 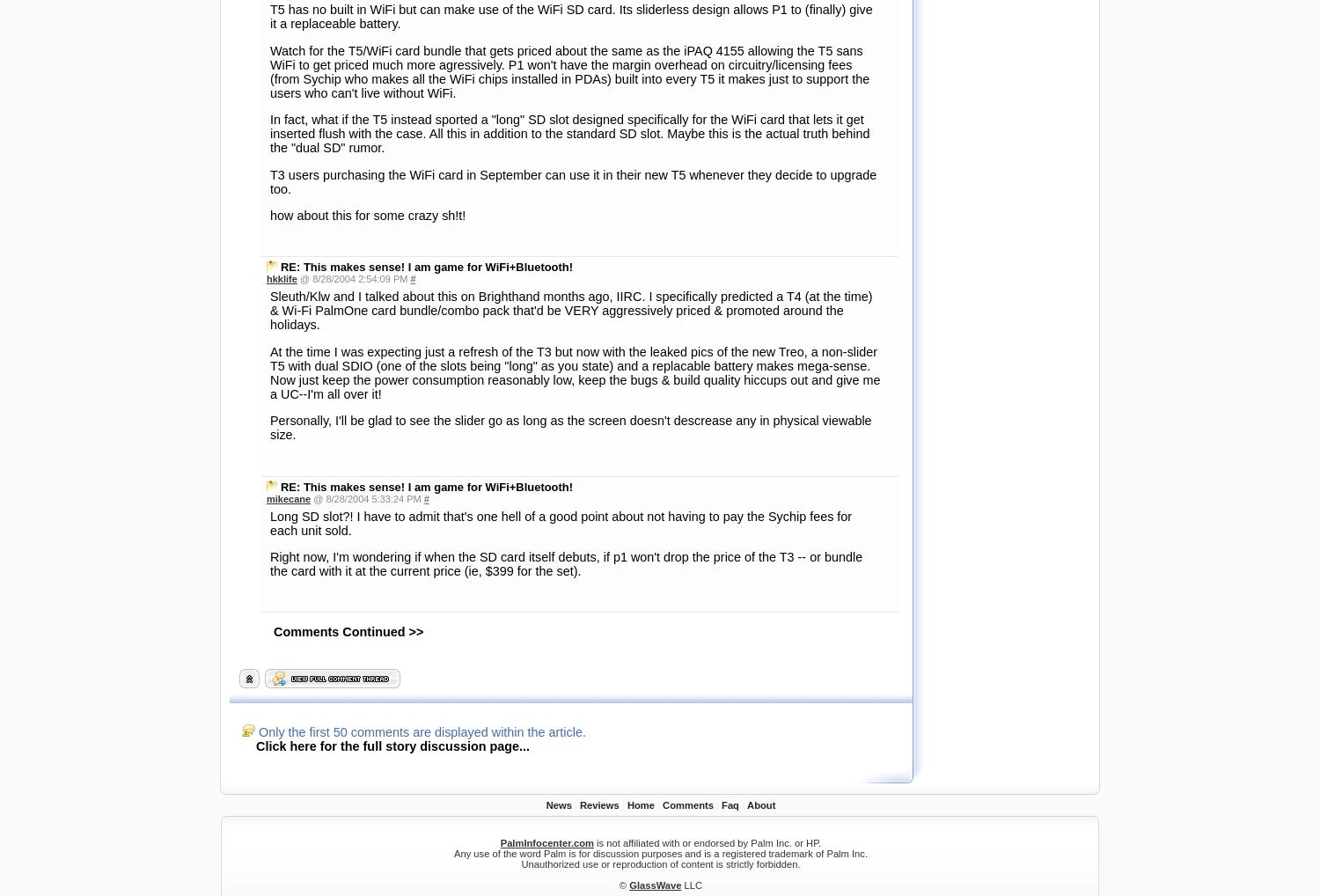 I want to click on 'LLC', so click(x=692, y=391).